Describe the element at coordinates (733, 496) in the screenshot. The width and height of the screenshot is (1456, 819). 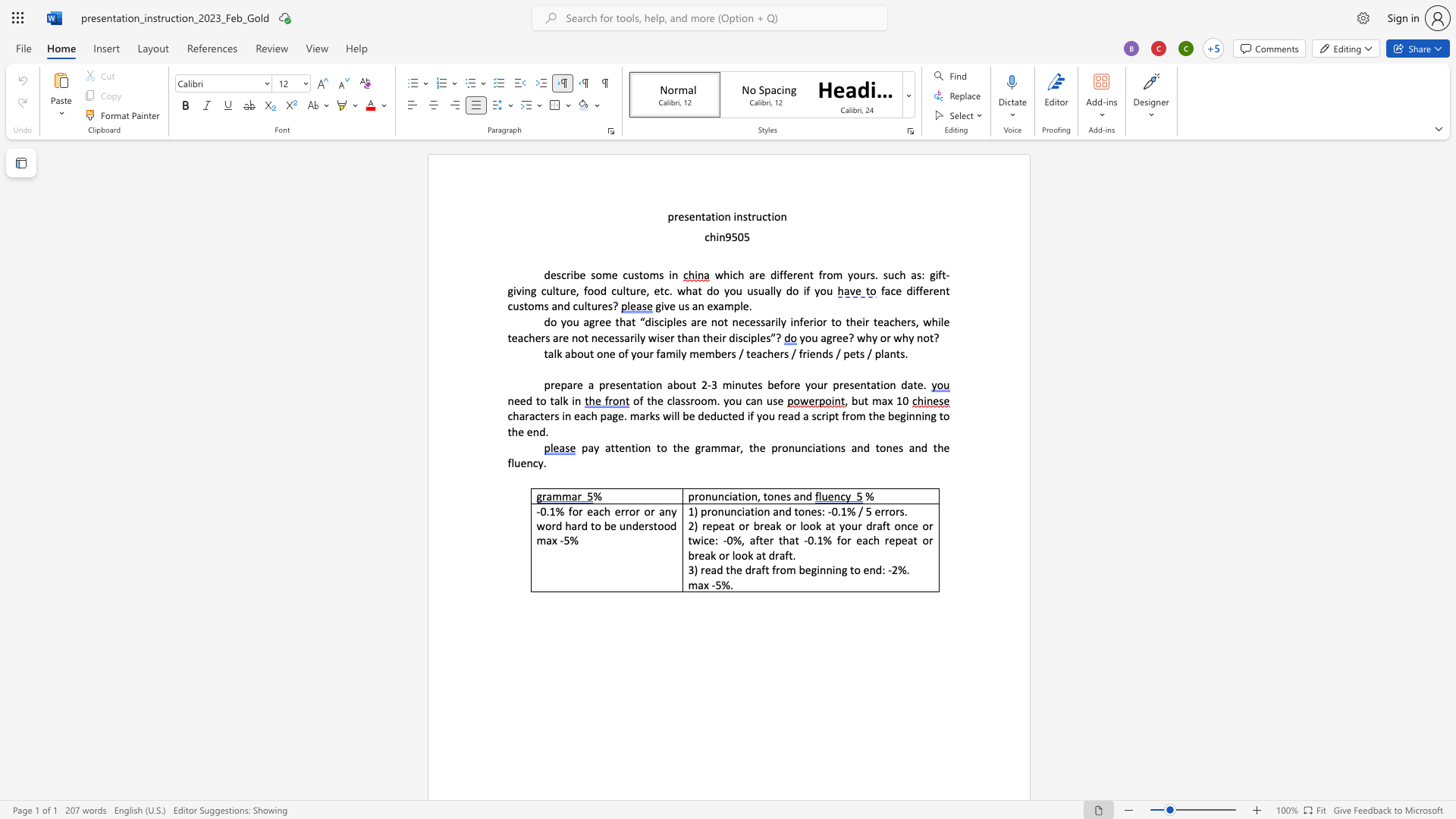
I see `the space between the continuous character "i" and "a" in the text` at that location.